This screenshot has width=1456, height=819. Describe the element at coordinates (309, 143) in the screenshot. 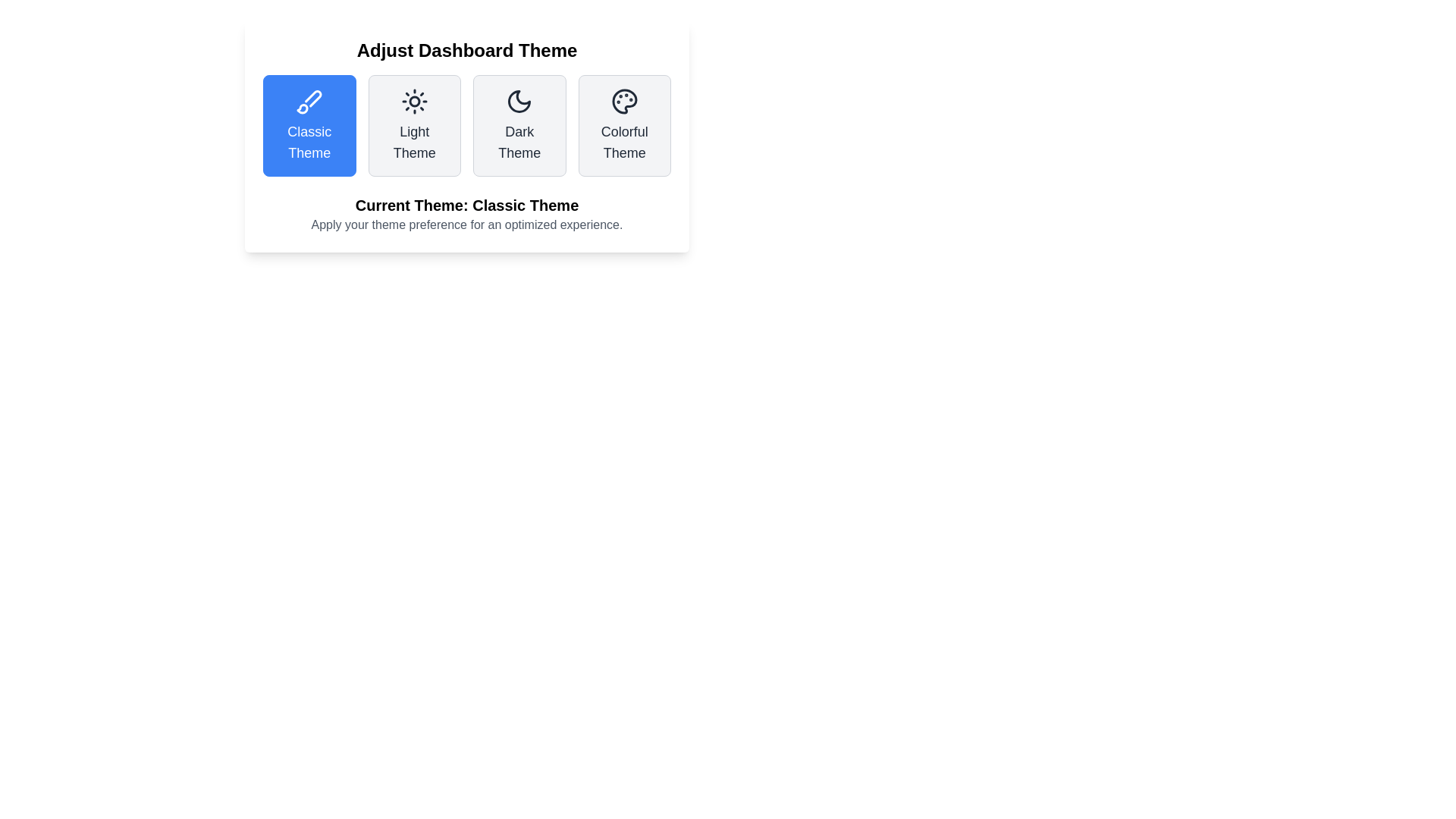

I see `'Classic Theme' label which is styled with a medium-large font size and is part of the first selectable theme option under the 'Adjust Dashboard Theme' heading` at that location.